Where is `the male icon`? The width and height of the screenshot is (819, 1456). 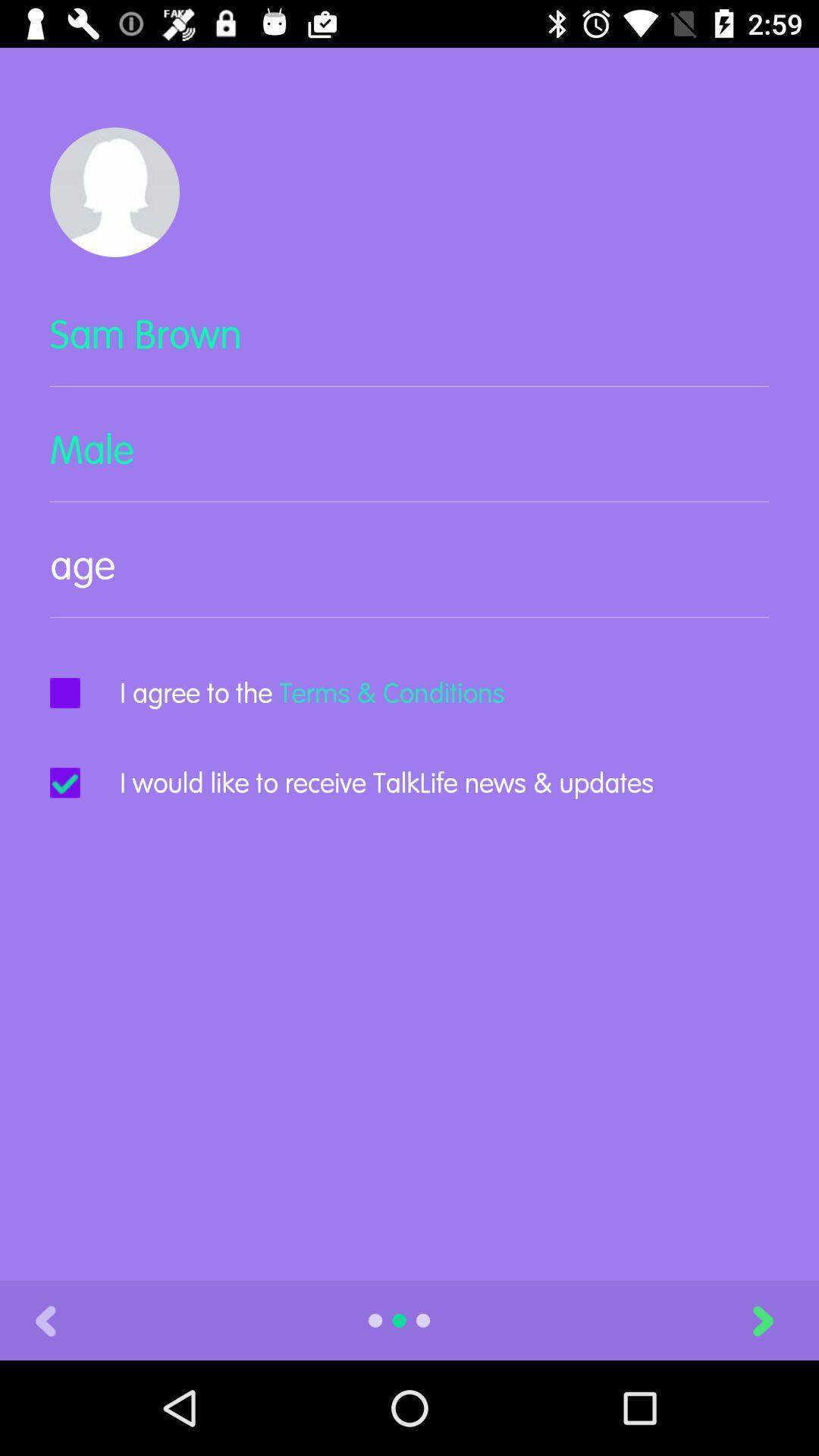
the male icon is located at coordinates (409, 461).